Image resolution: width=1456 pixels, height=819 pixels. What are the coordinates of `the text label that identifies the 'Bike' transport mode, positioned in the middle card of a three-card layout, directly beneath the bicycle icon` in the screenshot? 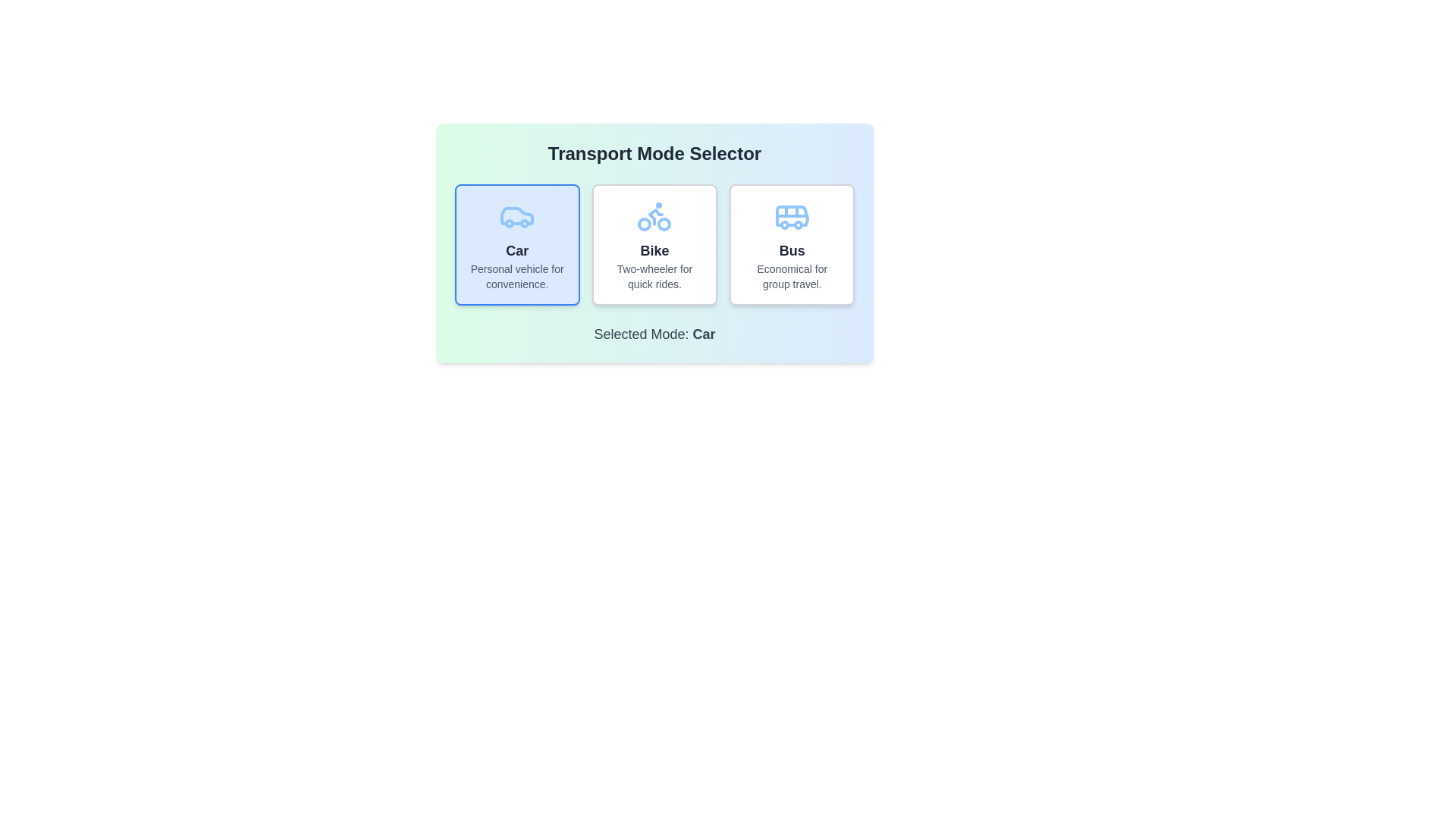 It's located at (654, 250).